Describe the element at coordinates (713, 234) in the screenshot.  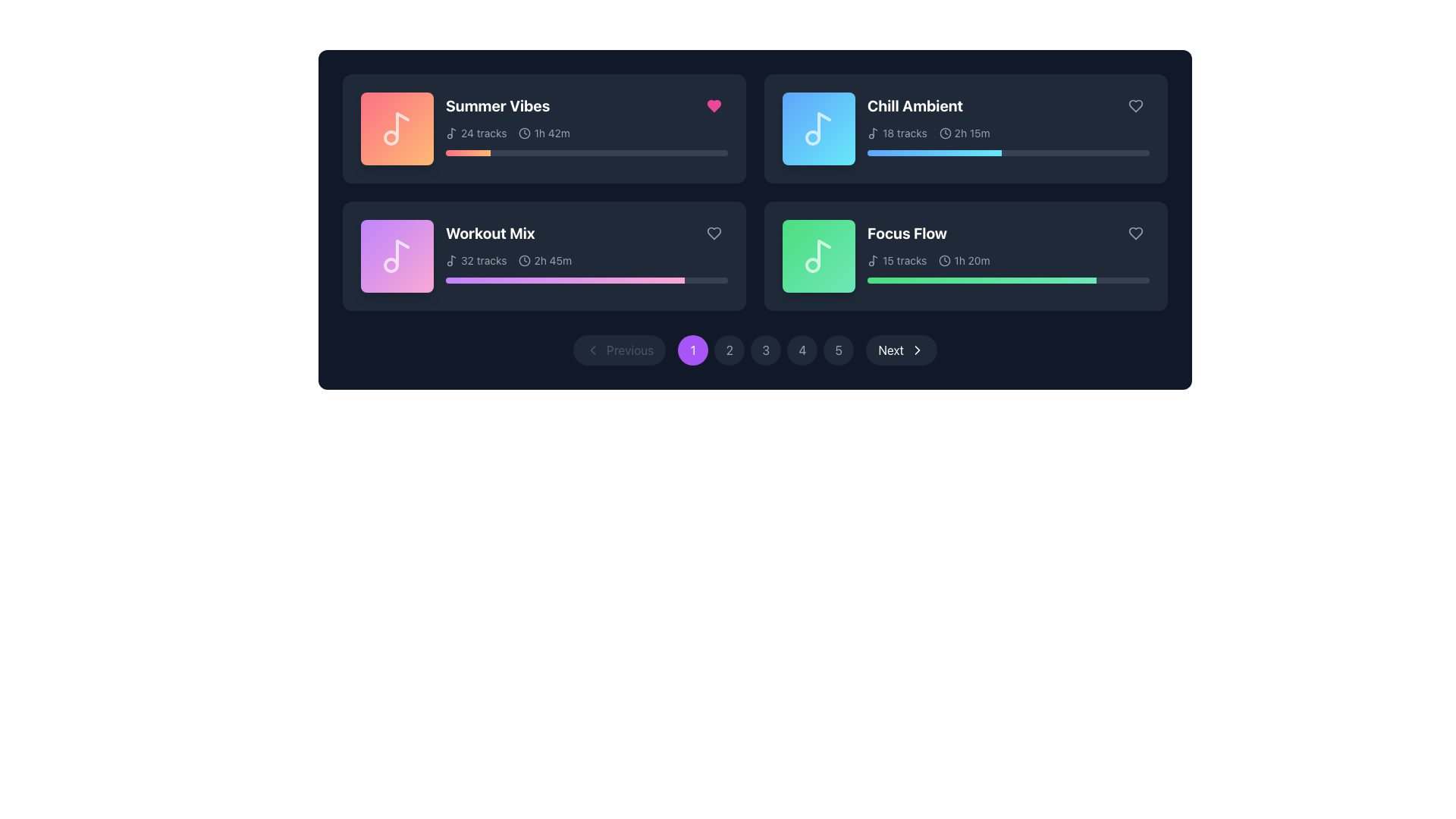
I see `the heart-shaped icon button located at the top-right corner of the 'Workout Mix' card` at that location.